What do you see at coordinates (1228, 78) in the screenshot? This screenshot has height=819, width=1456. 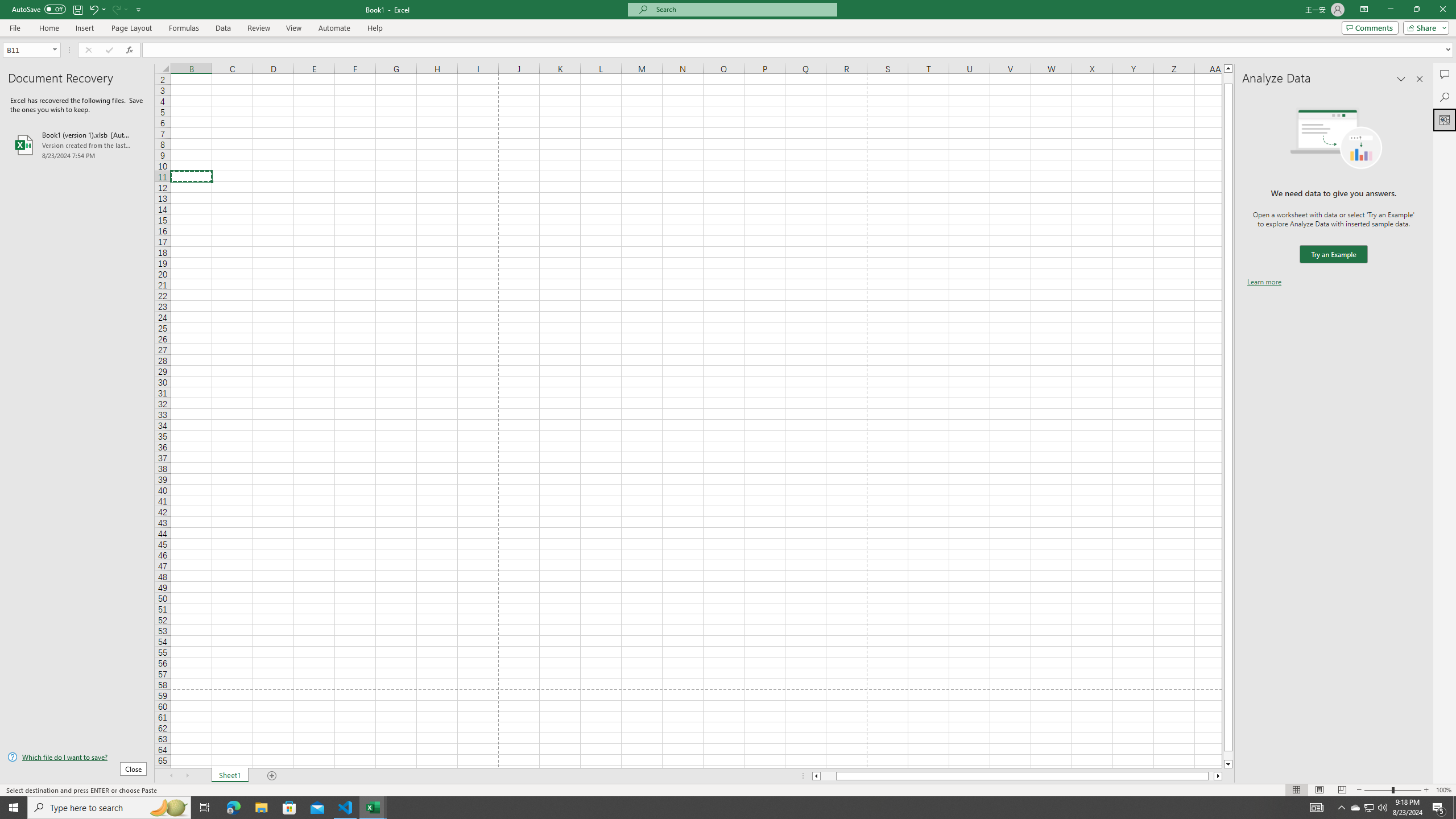 I see `'Page up'` at bounding box center [1228, 78].